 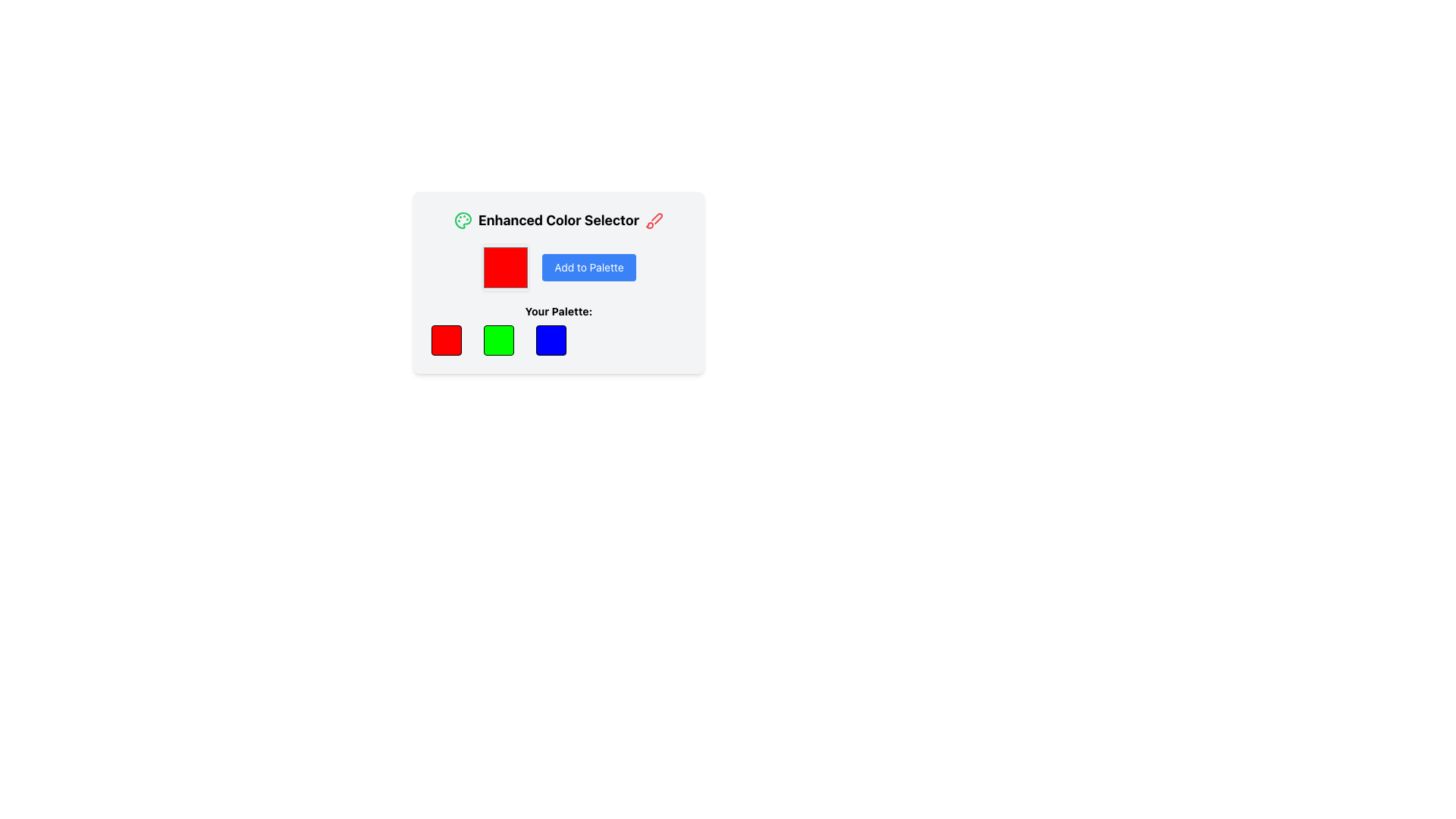 What do you see at coordinates (498, 339) in the screenshot?
I see `the second green square in the 'Your Palette' section, which is surrounded by a red square on the left and a blue square on the right` at bounding box center [498, 339].